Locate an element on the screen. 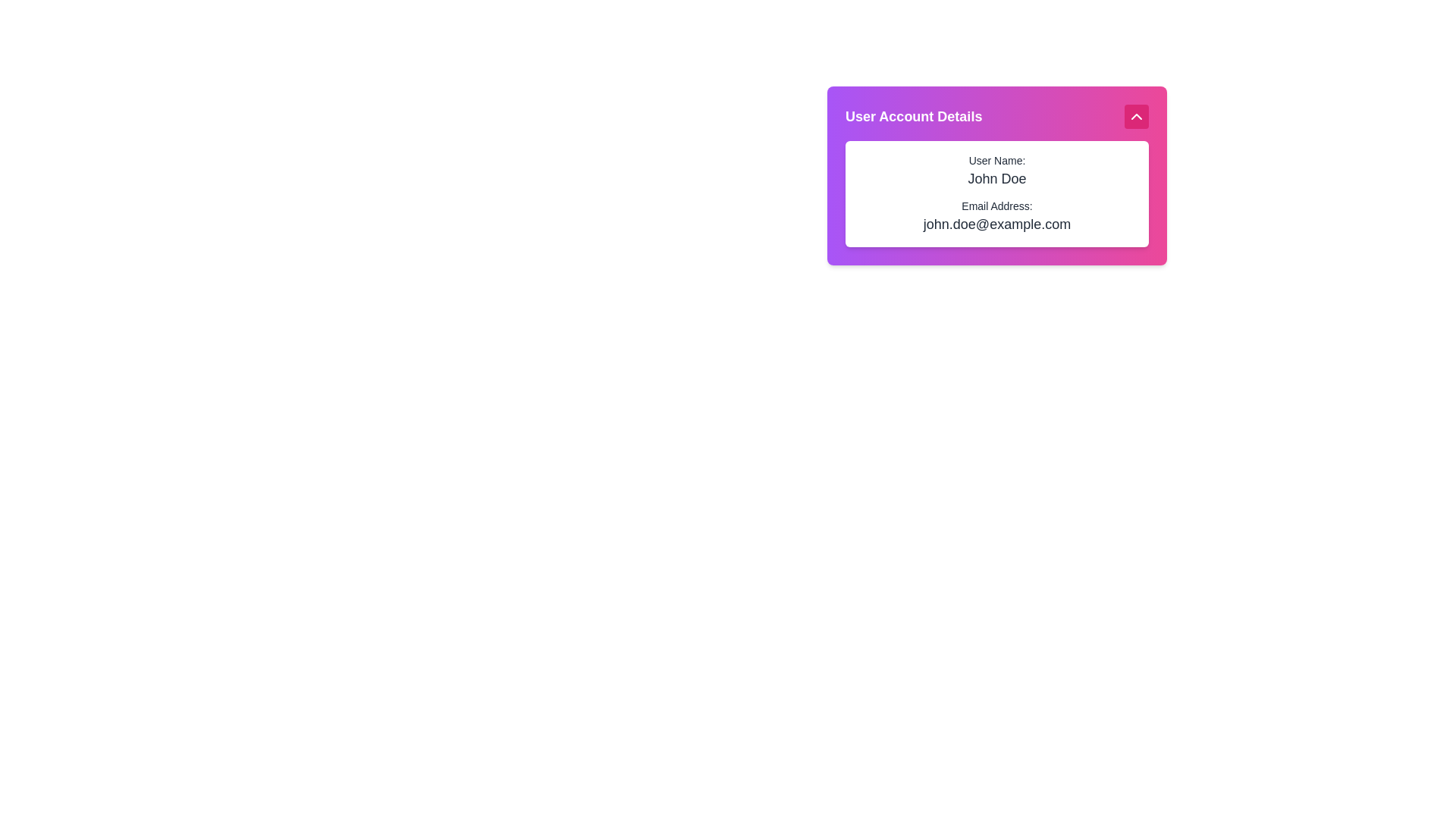 This screenshot has width=1456, height=819. the Text label that provides context for the email address, located in the User Account Details panel, positioned above the email address 'john.doe@example.com' is located at coordinates (997, 206).